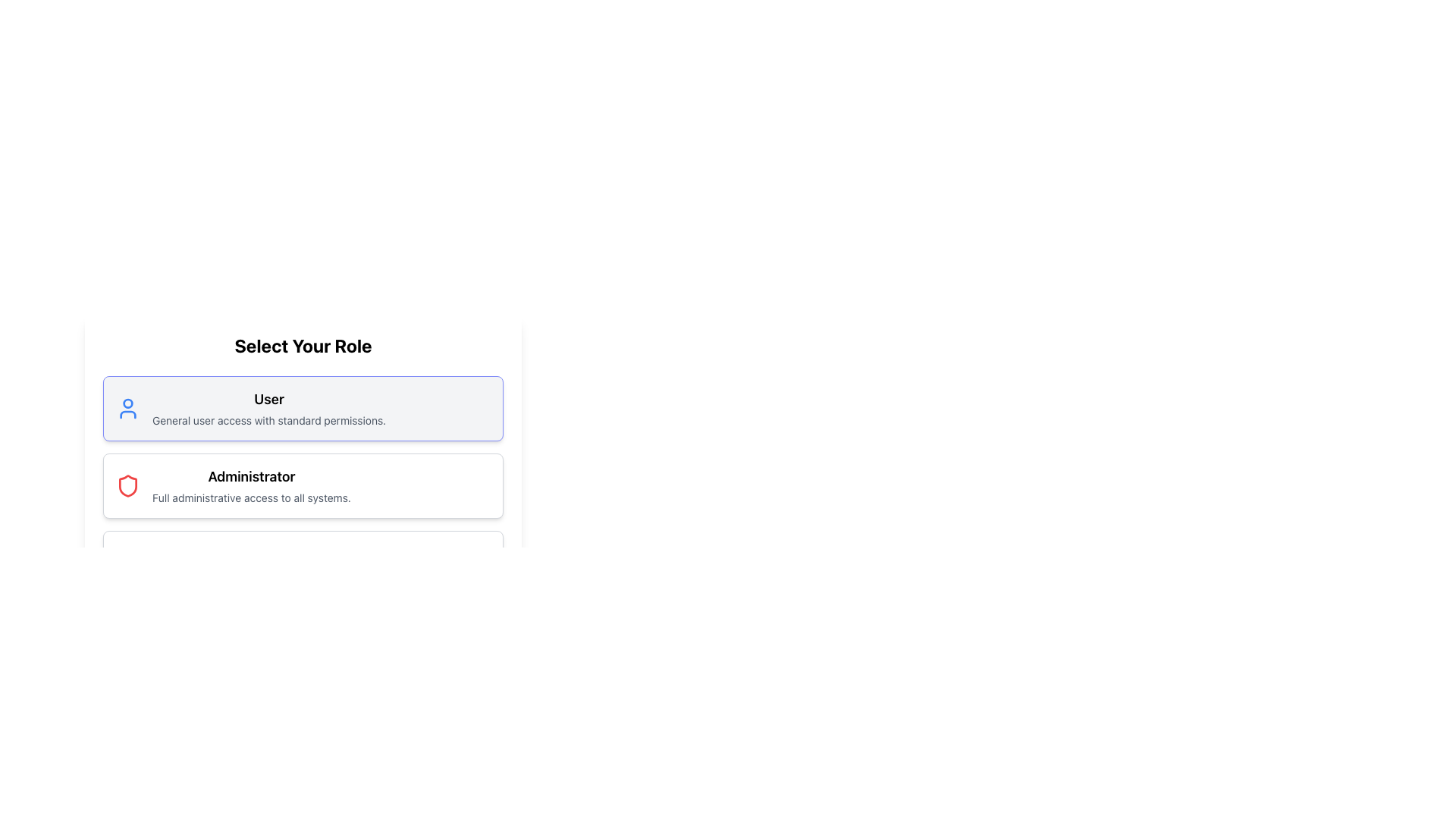  What do you see at coordinates (127, 485) in the screenshot?
I see `the red shield icon located on the left side of the 'Administrator' box in the 'Select Your Role' interface` at bounding box center [127, 485].